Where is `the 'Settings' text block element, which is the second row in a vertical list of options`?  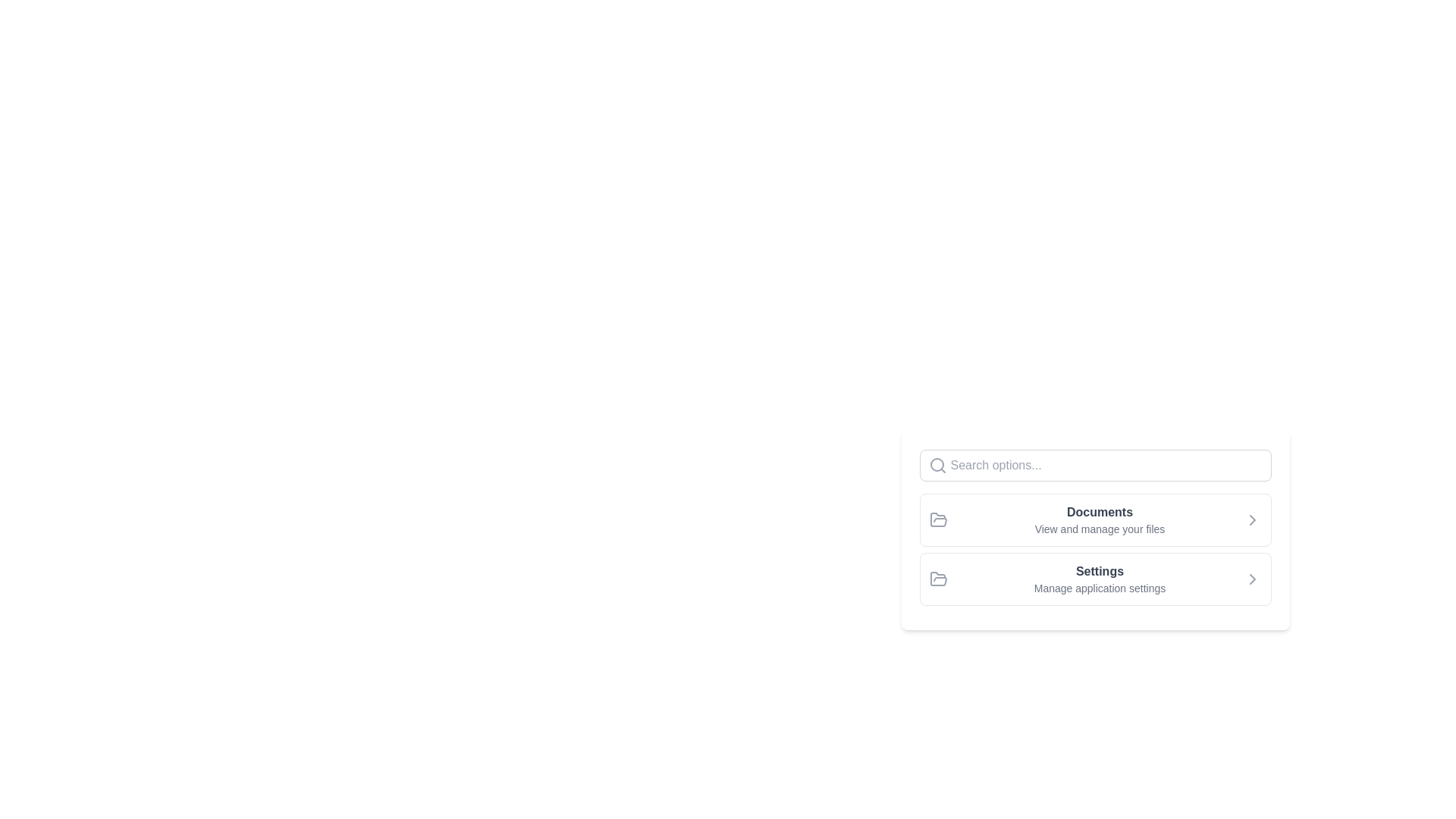
the 'Settings' text block element, which is the second row in a vertical list of options is located at coordinates (1100, 579).